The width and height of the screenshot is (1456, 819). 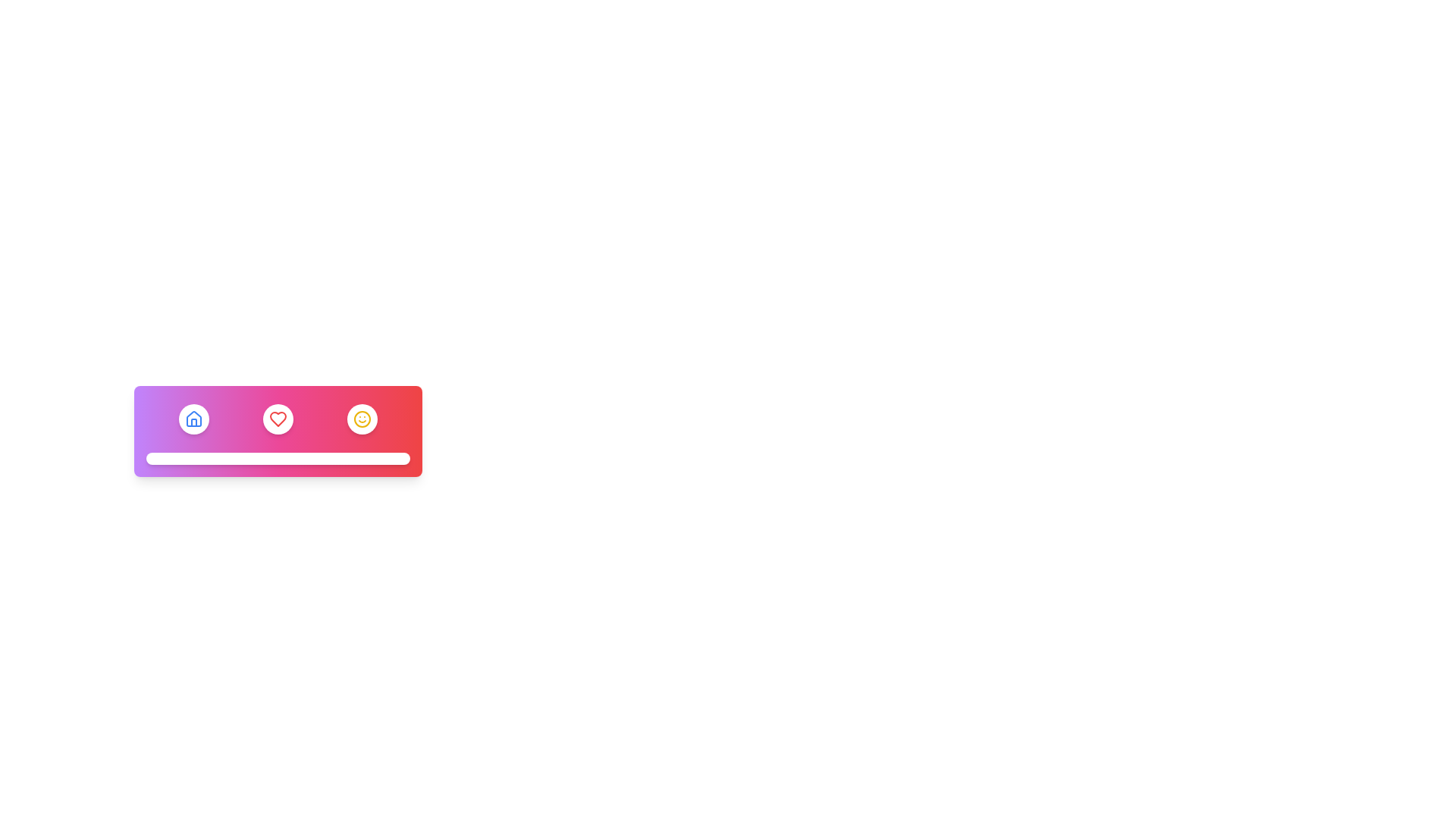 I want to click on the circular graphical element (SVG) that forms the outer boundary of the smiley face icon, located at the rightmost position in the bottom navigation bar, so click(x=361, y=419).